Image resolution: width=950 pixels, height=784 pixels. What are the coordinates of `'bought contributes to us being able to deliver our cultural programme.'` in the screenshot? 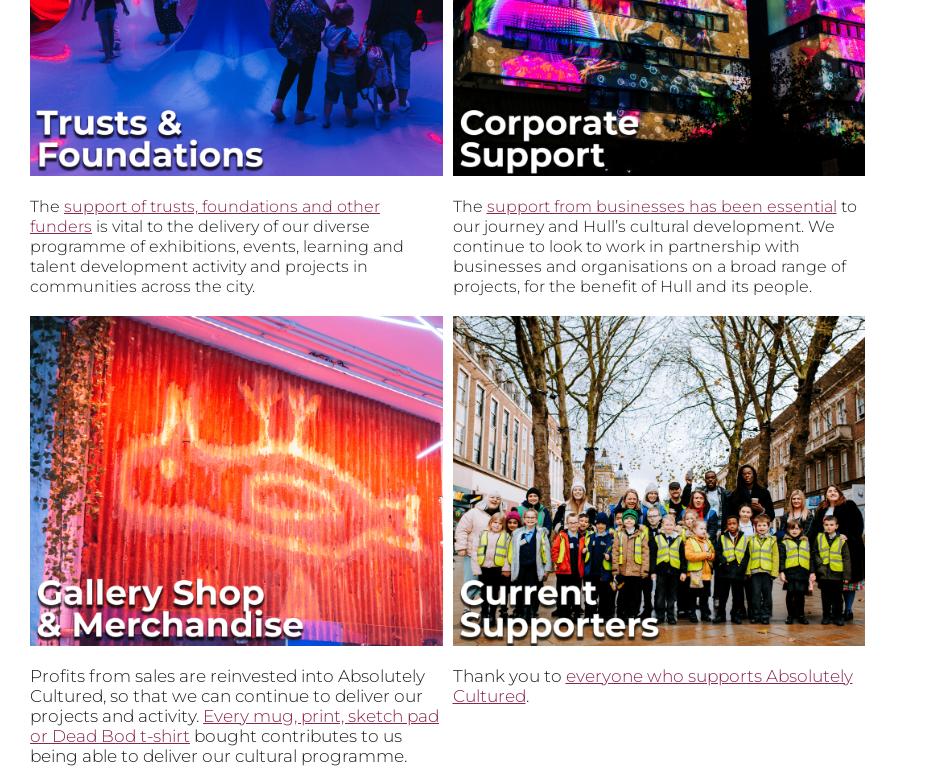 It's located at (218, 745).